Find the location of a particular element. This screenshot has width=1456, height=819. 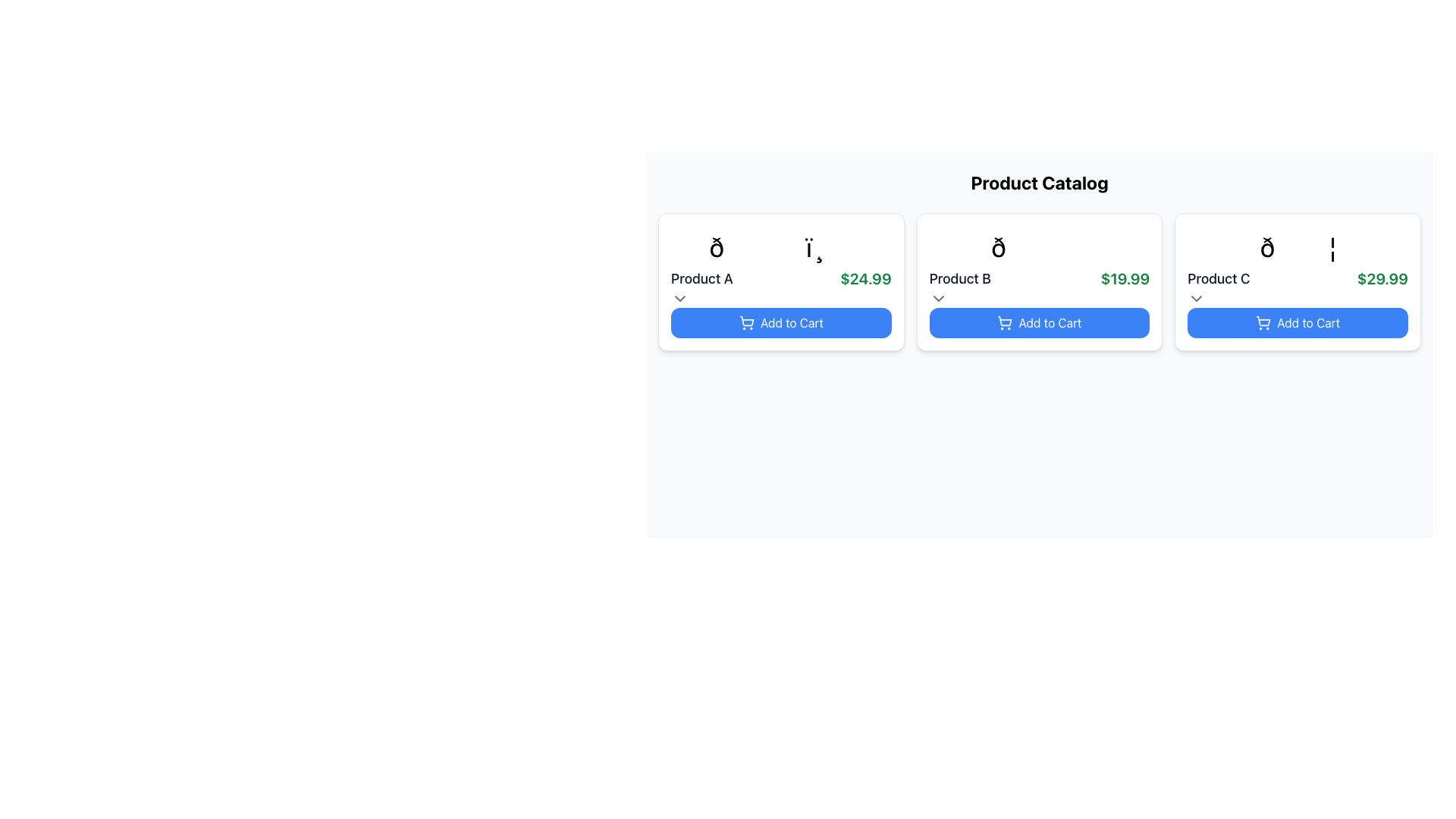

the blue 'Add to Cart' button with a shopping cart icon located at the bottom center of the card for 'Product A' is located at coordinates (781, 322).